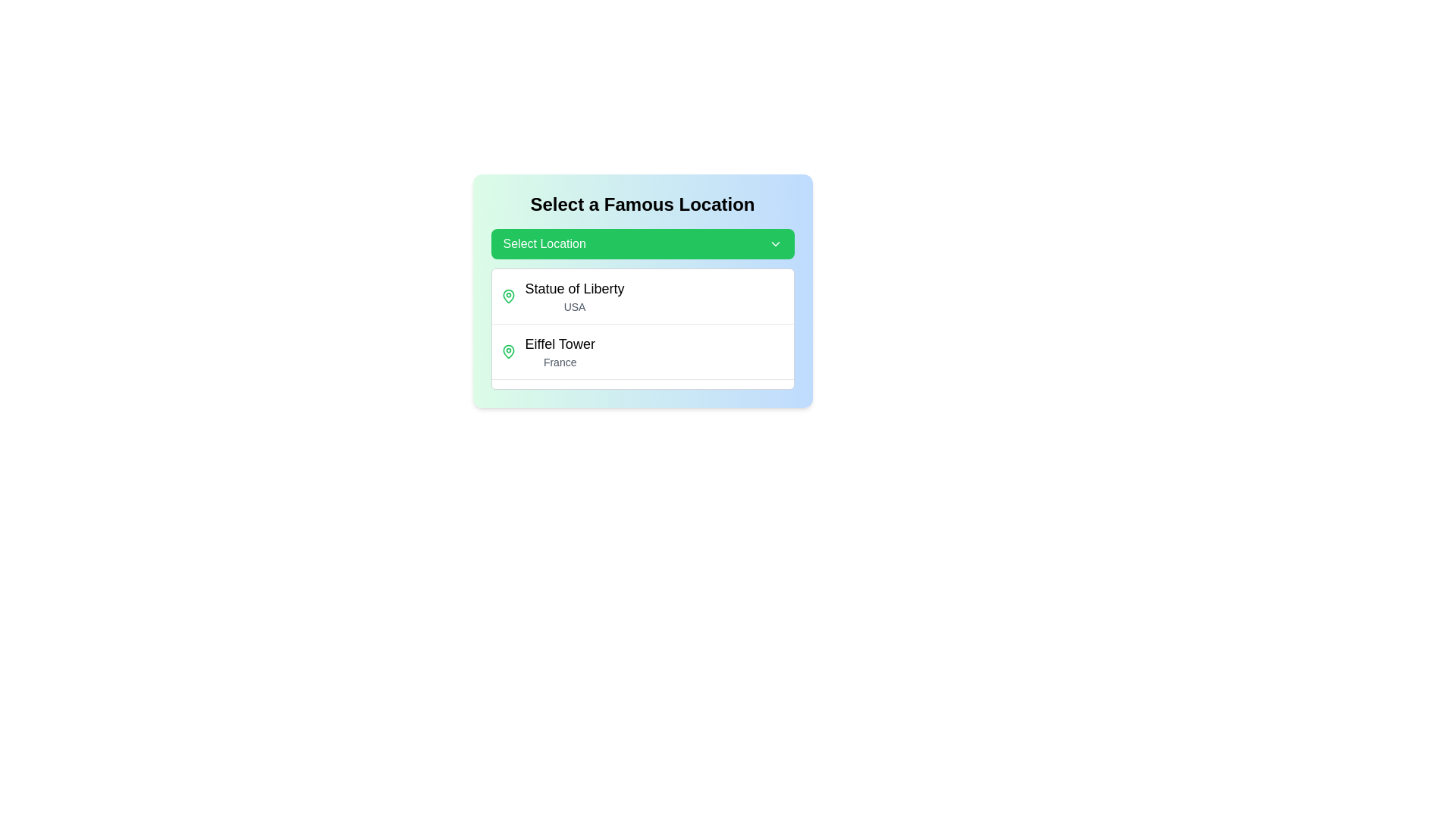 Image resolution: width=1456 pixels, height=819 pixels. What do you see at coordinates (642, 351) in the screenshot?
I see `the clickable list item representing 'Eiffel Tower', which is the second entry in a list beneath 'Statue of Liberty, USA' and above 'Great Wall of China, China'` at bounding box center [642, 351].